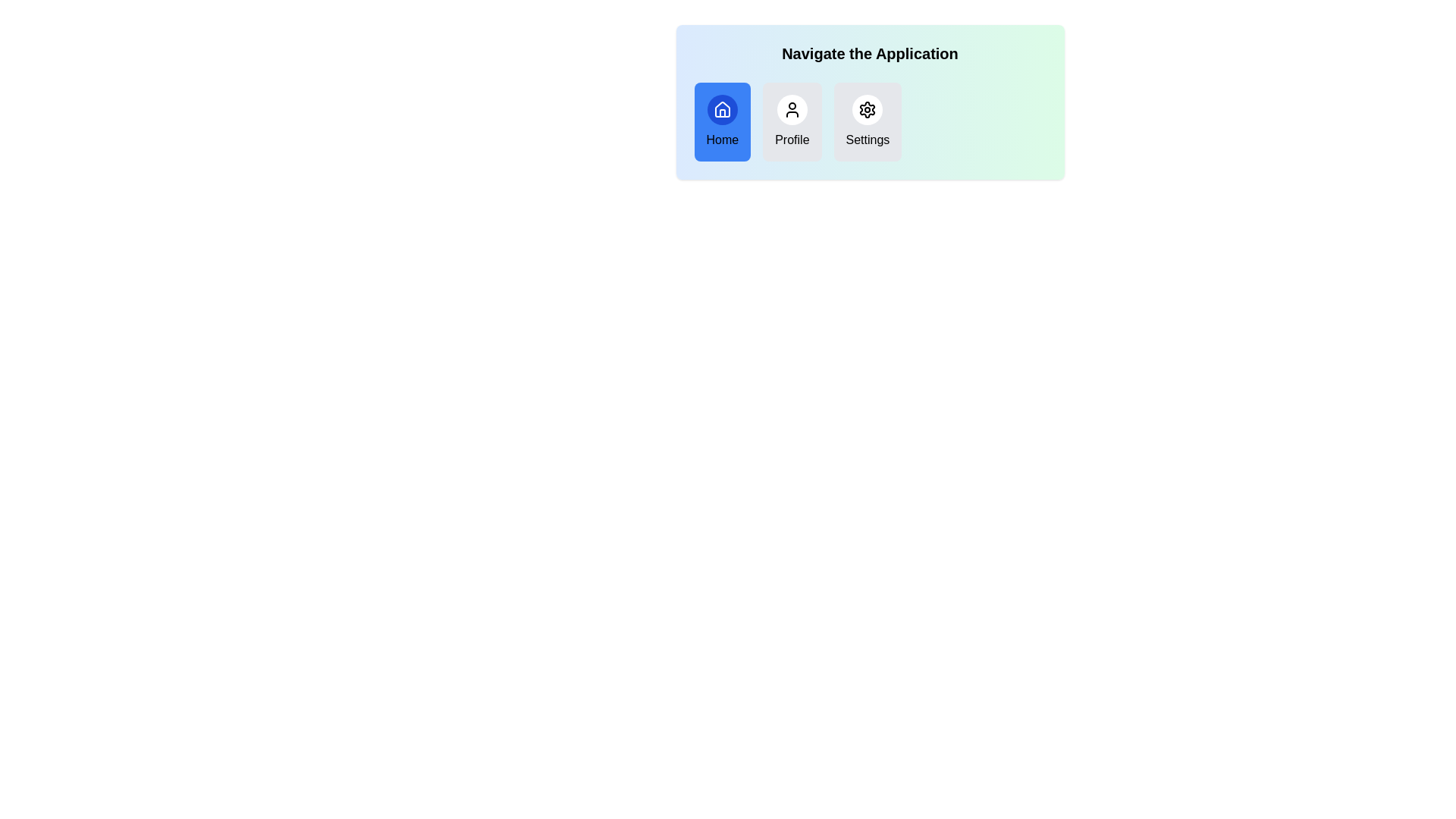 The image size is (1456, 819). What do you see at coordinates (693, 42) in the screenshot?
I see `the heading text by clicking and dragging over it` at bounding box center [693, 42].